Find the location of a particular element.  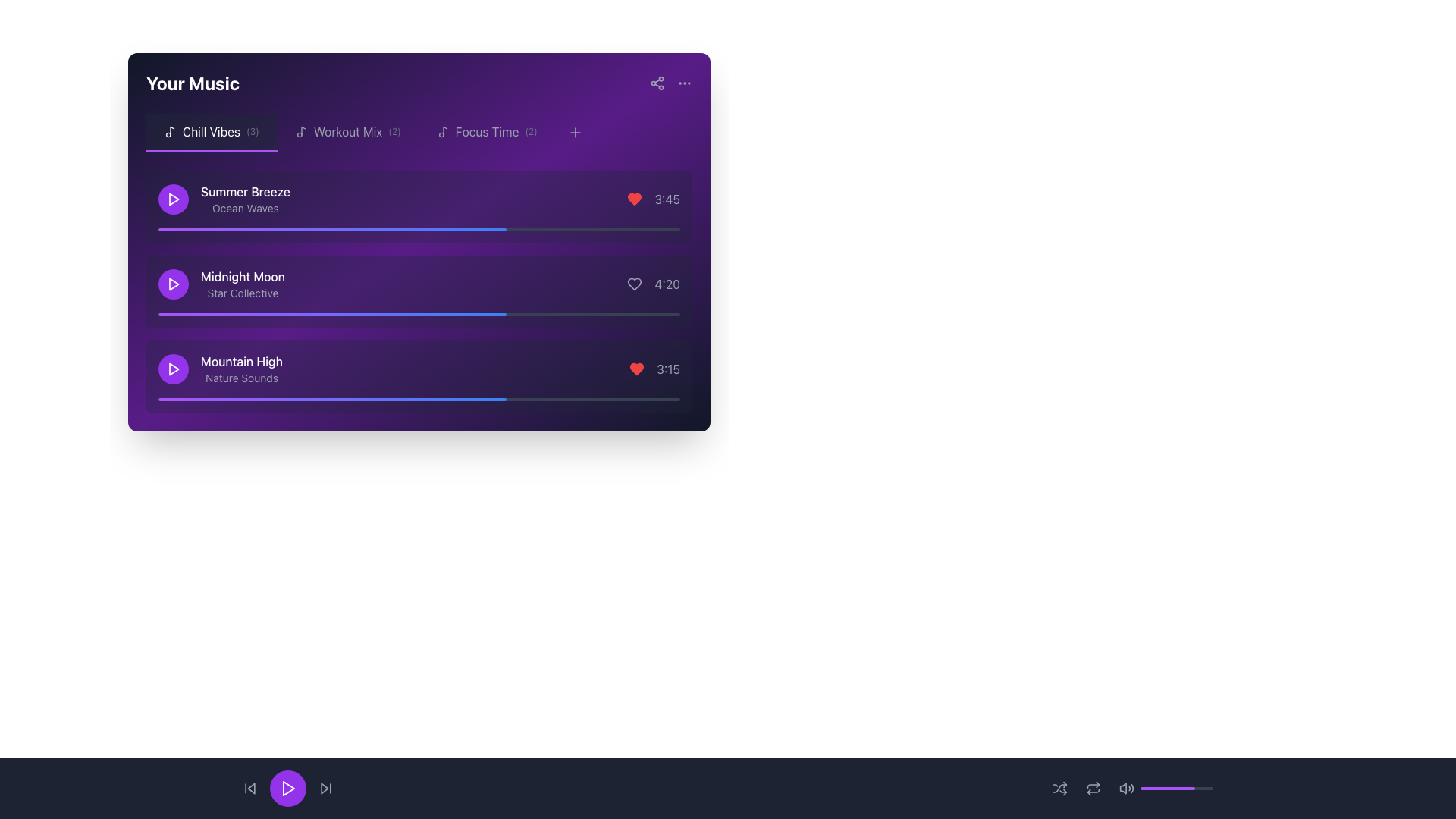

progress is located at coordinates (669, 230).